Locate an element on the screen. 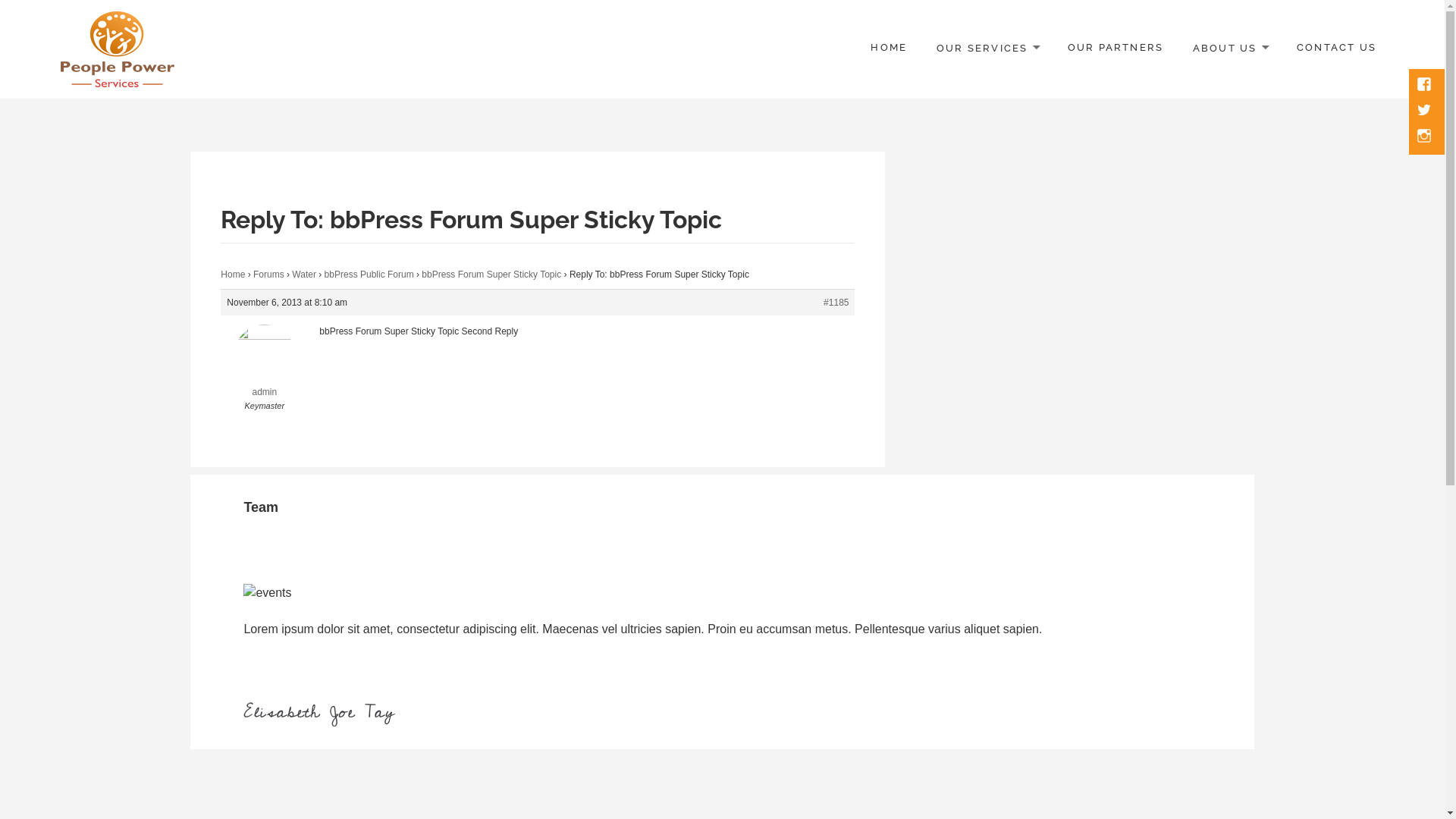 Image resolution: width=1456 pixels, height=819 pixels. '#1185' is located at coordinates (822, 302).